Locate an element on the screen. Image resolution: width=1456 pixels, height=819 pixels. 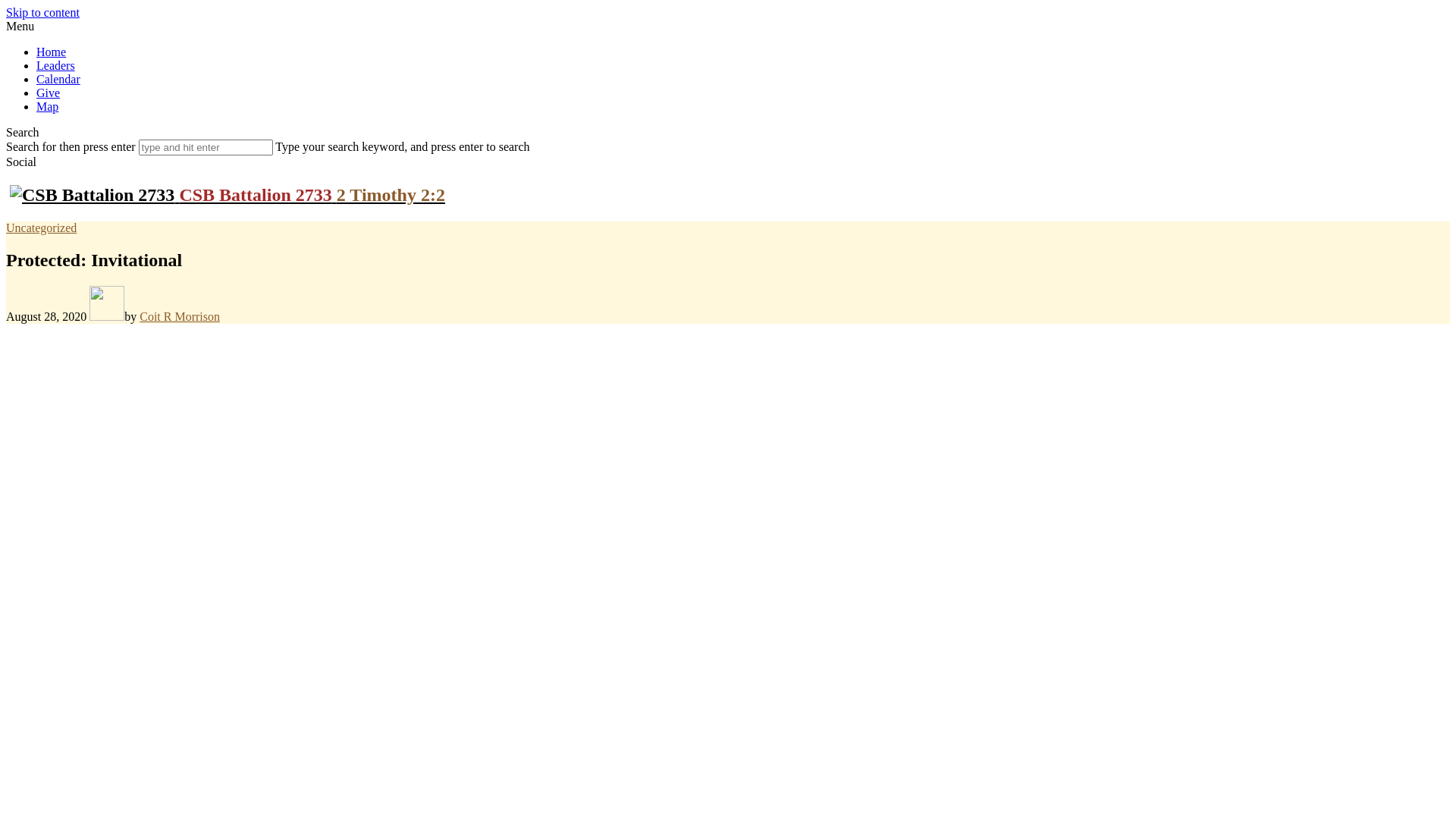
'Leaders' is located at coordinates (55, 64).